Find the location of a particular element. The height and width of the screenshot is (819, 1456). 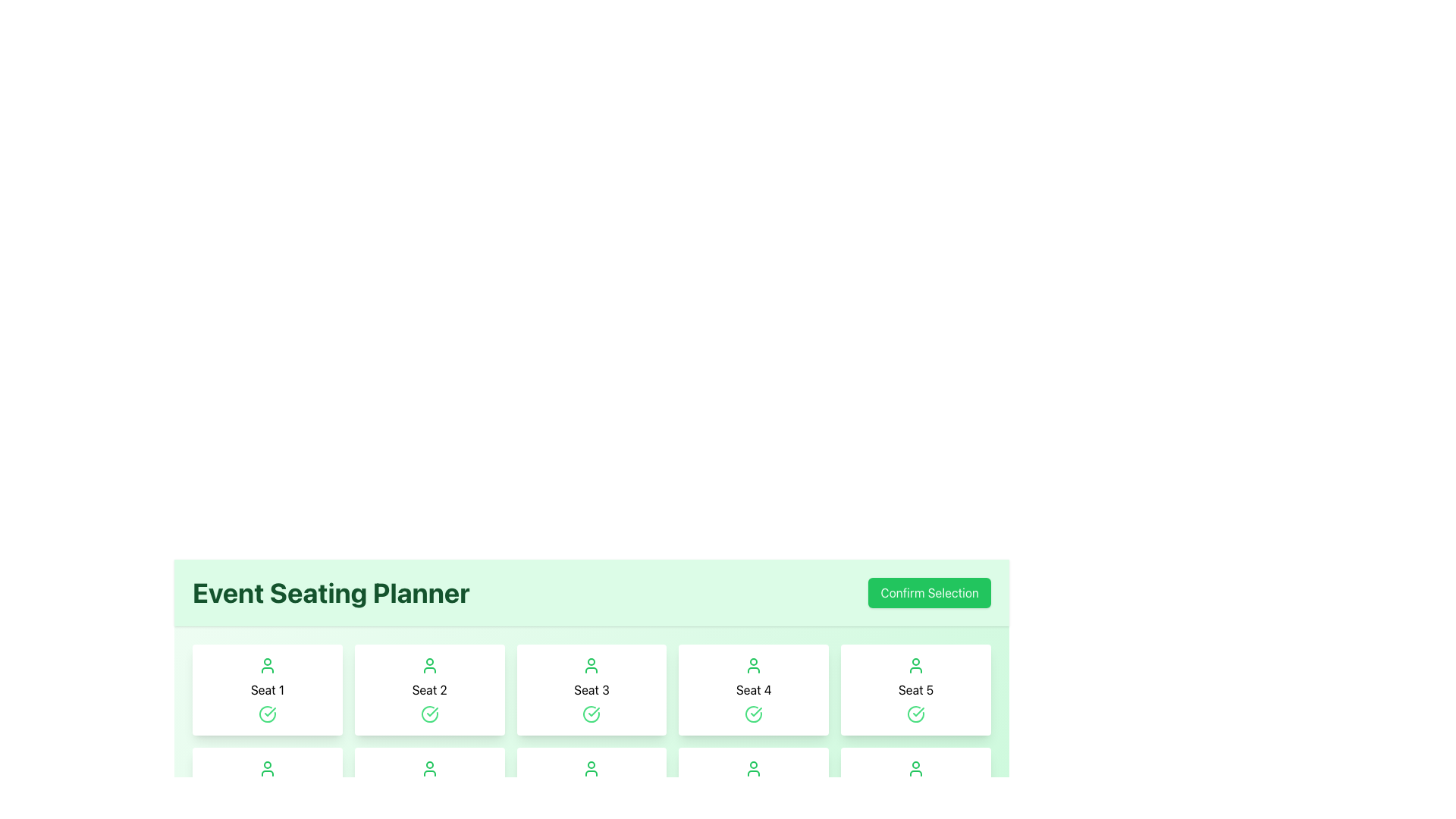

the user icon for the reserved seat located at the top center of the card labeled 'Seat 7' in the seating planner interface is located at coordinates (428, 769).